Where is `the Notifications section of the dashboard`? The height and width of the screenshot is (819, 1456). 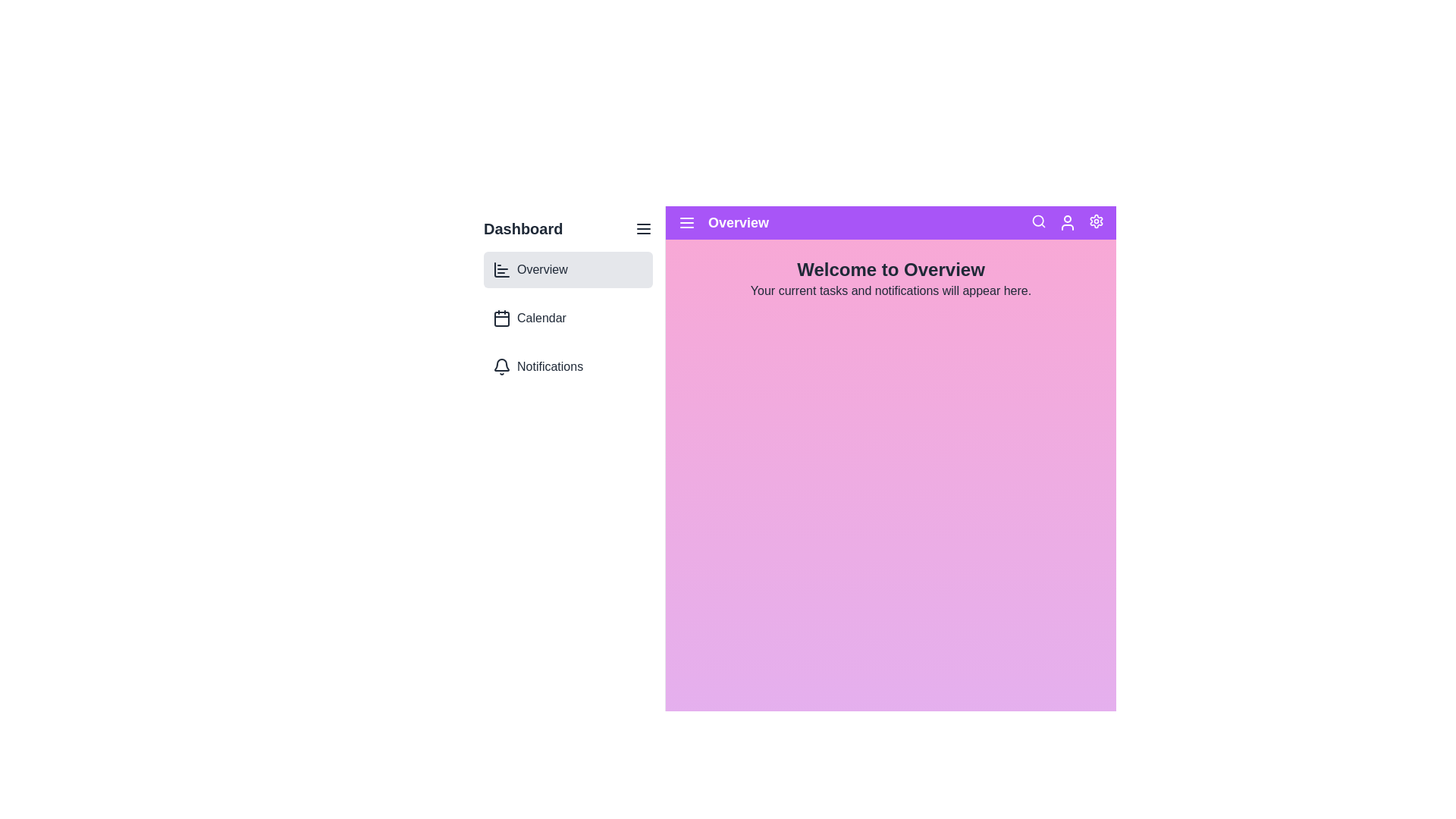 the Notifications section of the dashboard is located at coordinates (567, 366).